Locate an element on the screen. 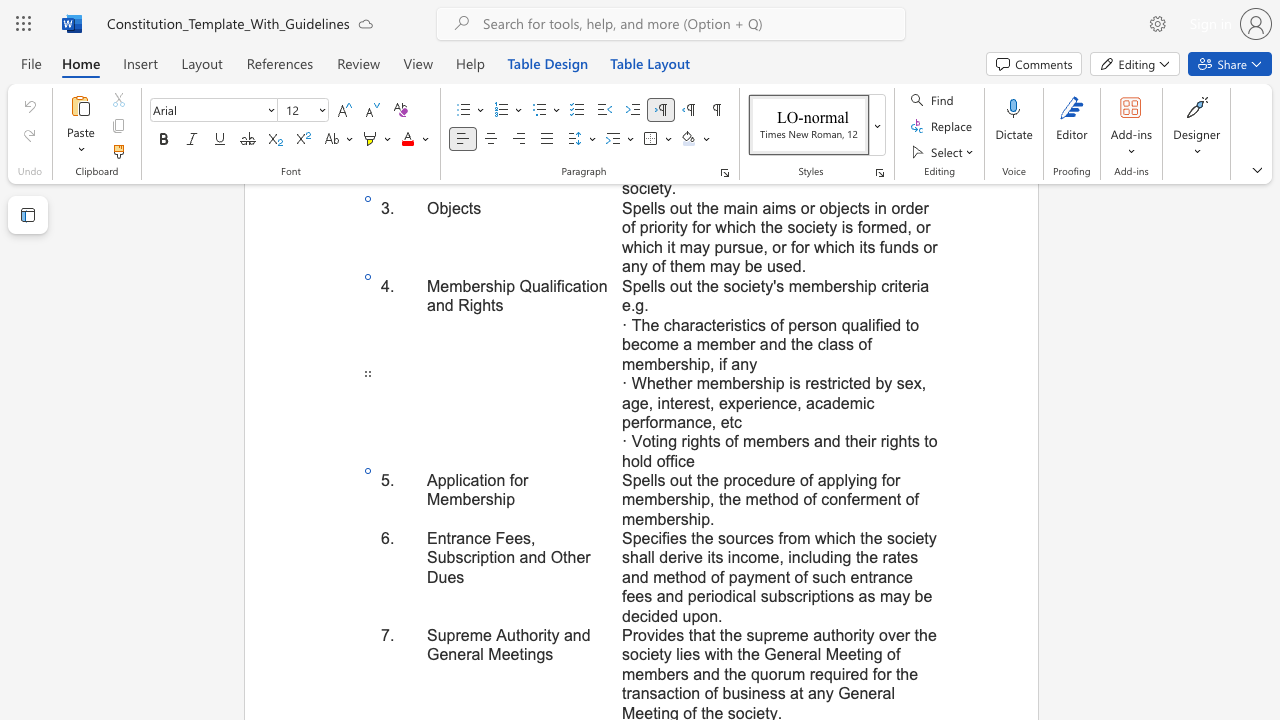  the 1th character "t" in the text is located at coordinates (481, 480).